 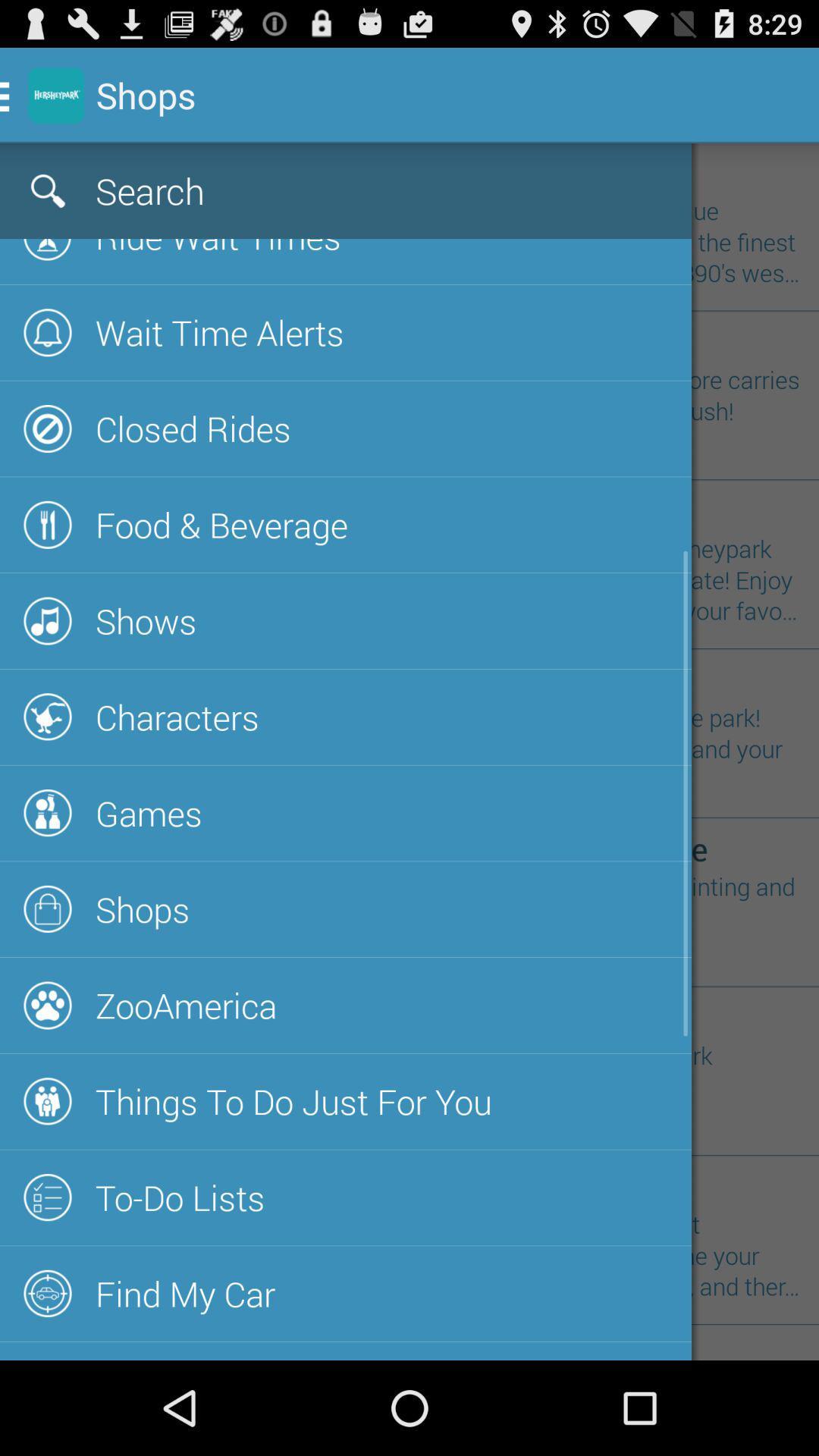 What do you see at coordinates (47, 249) in the screenshot?
I see `the first icon below search icon` at bounding box center [47, 249].